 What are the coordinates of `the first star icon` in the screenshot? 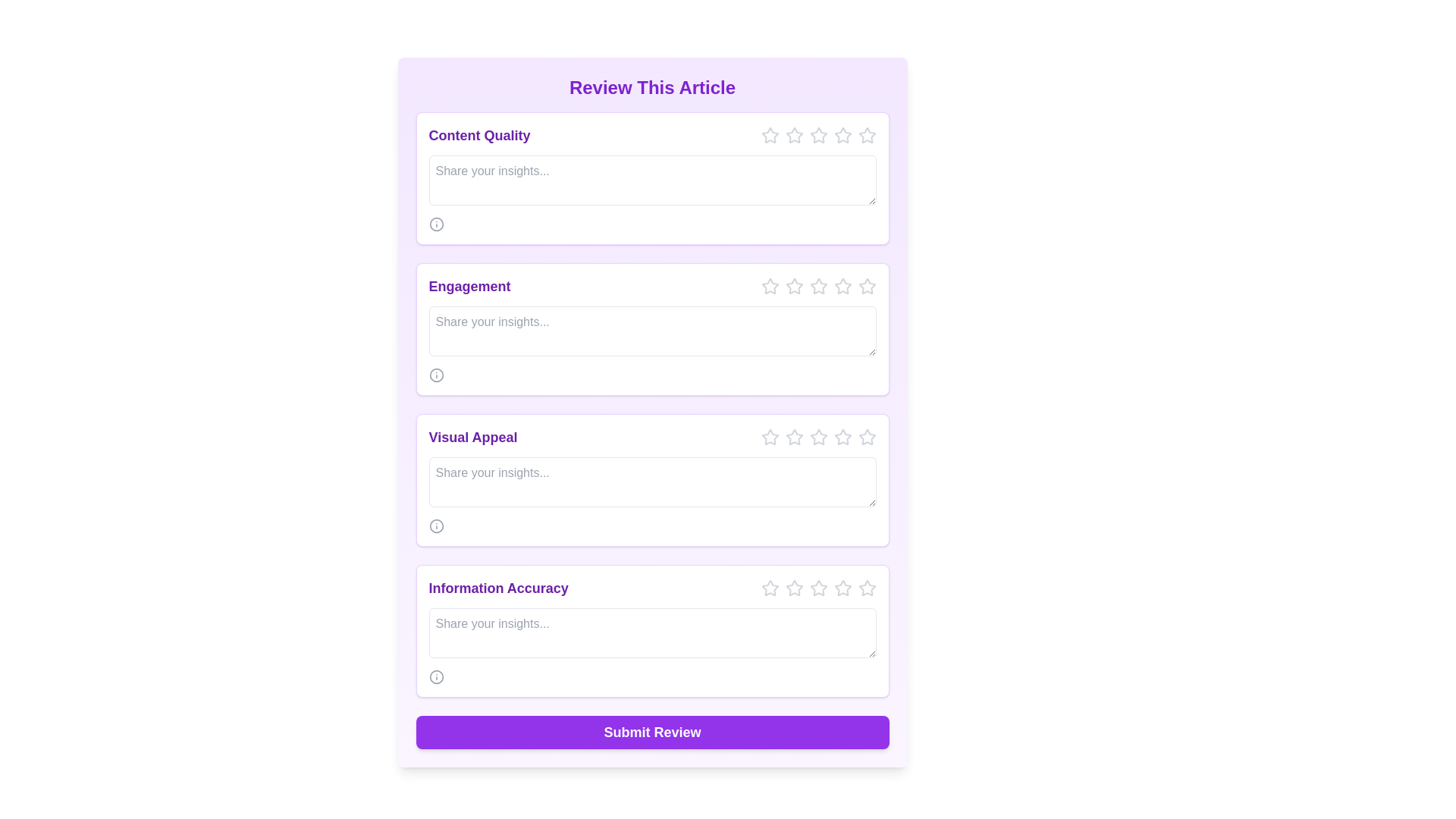 It's located at (769, 286).